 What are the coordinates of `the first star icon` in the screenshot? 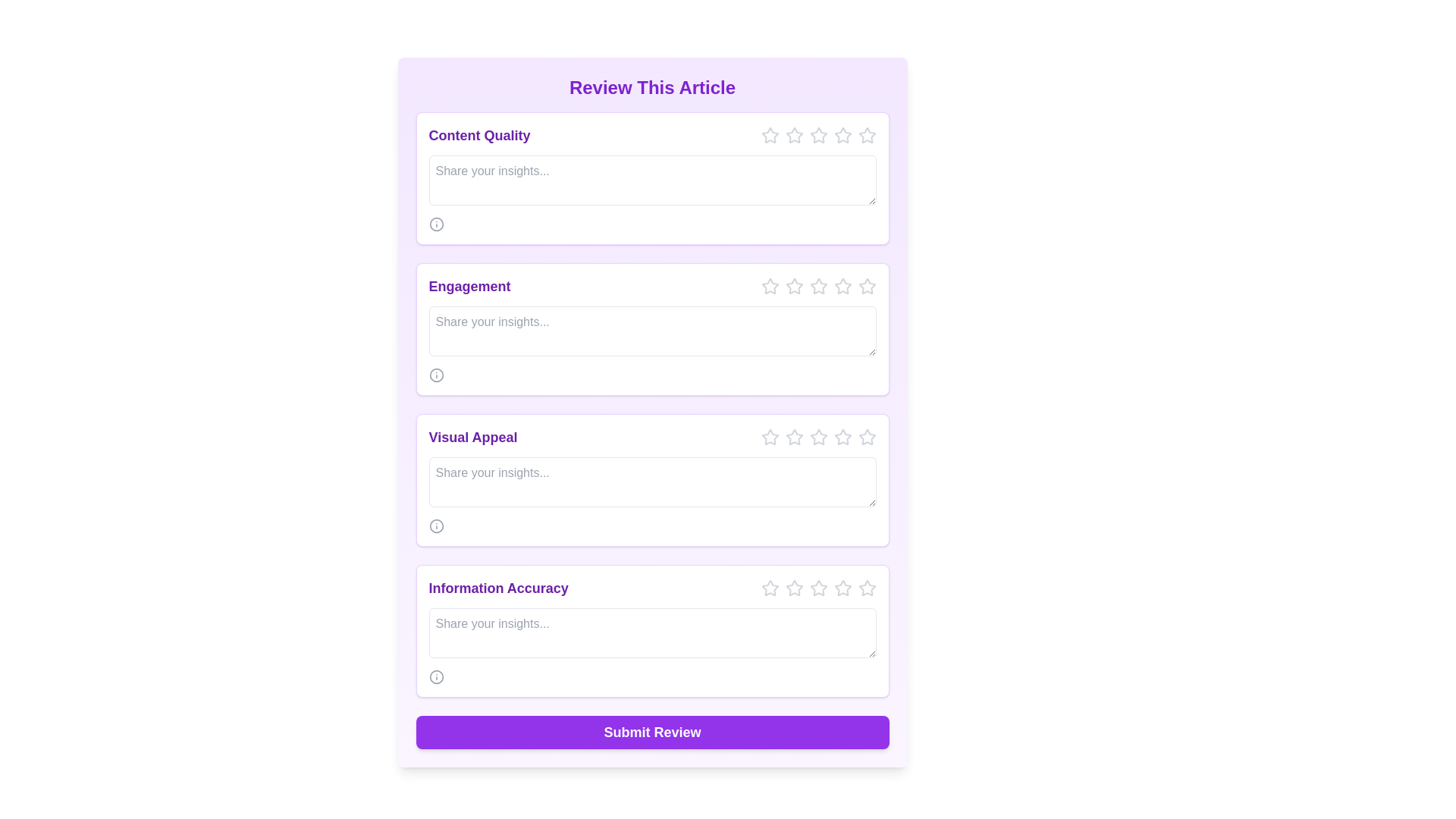 It's located at (769, 286).